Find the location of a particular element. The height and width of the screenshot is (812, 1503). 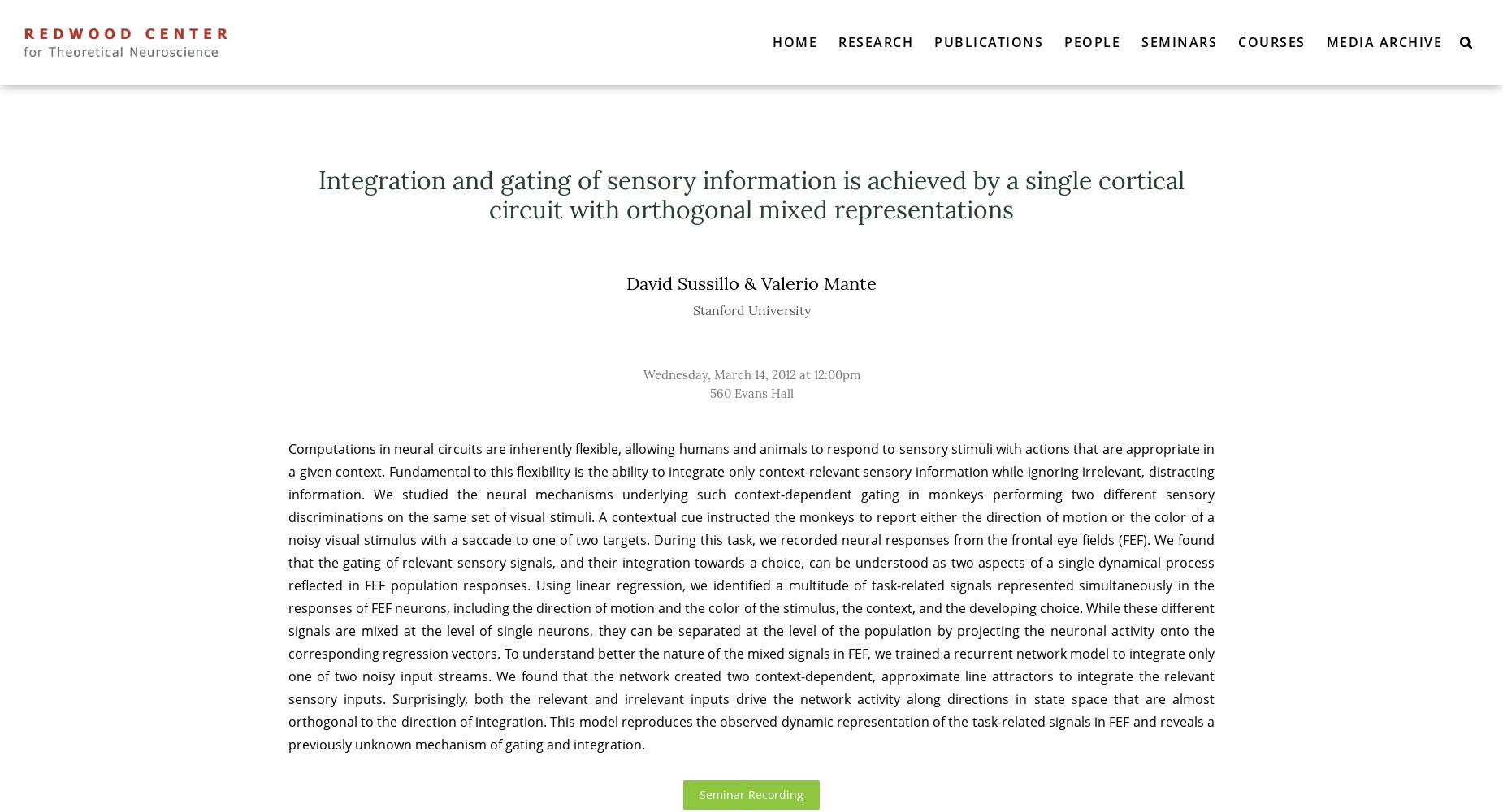

'Wednesday, March 14, 2012  at  12:00pm' is located at coordinates (643, 374).